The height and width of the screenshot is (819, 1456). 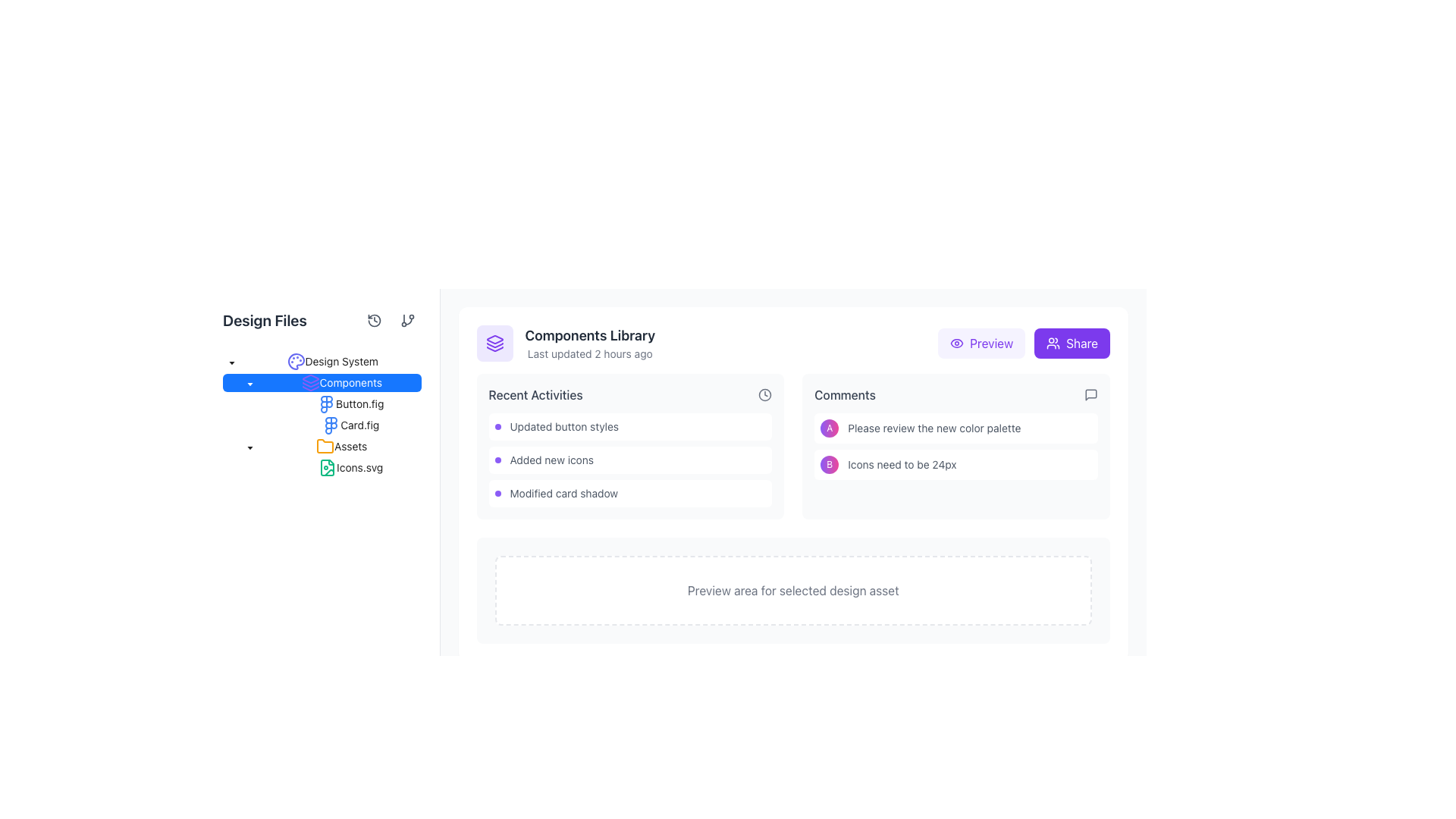 What do you see at coordinates (321, 467) in the screenshot?
I see `the Tree item representing the file named 'Icons.svg' located under the 'Assets' folder in the 'Components' section of the left panel` at bounding box center [321, 467].